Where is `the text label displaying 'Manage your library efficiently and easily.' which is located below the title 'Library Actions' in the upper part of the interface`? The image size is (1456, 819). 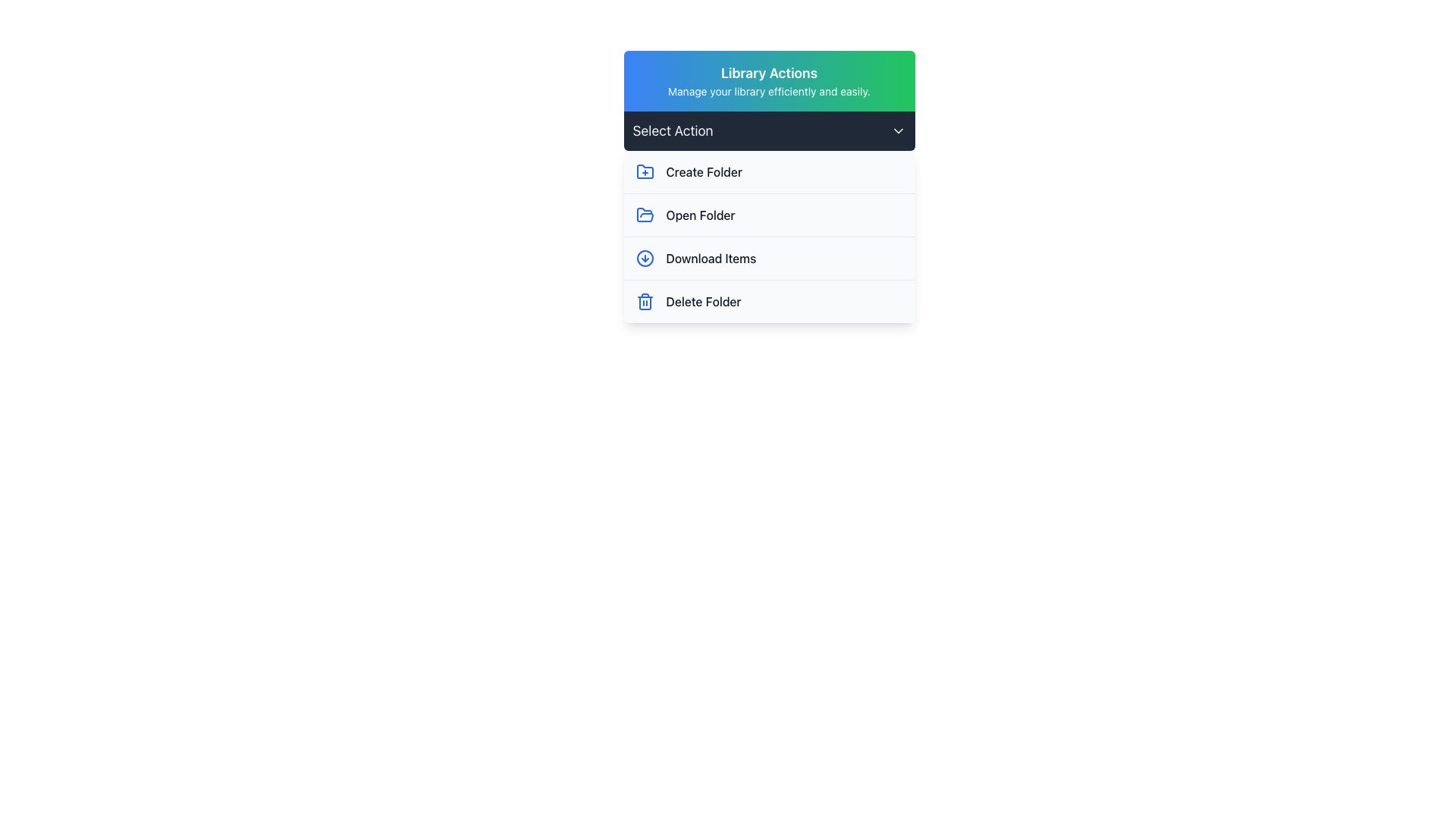 the text label displaying 'Manage your library efficiently and easily.' which is located below the title 'Library Actions' in the upper part of the interface is located at coordinates (769, 91).